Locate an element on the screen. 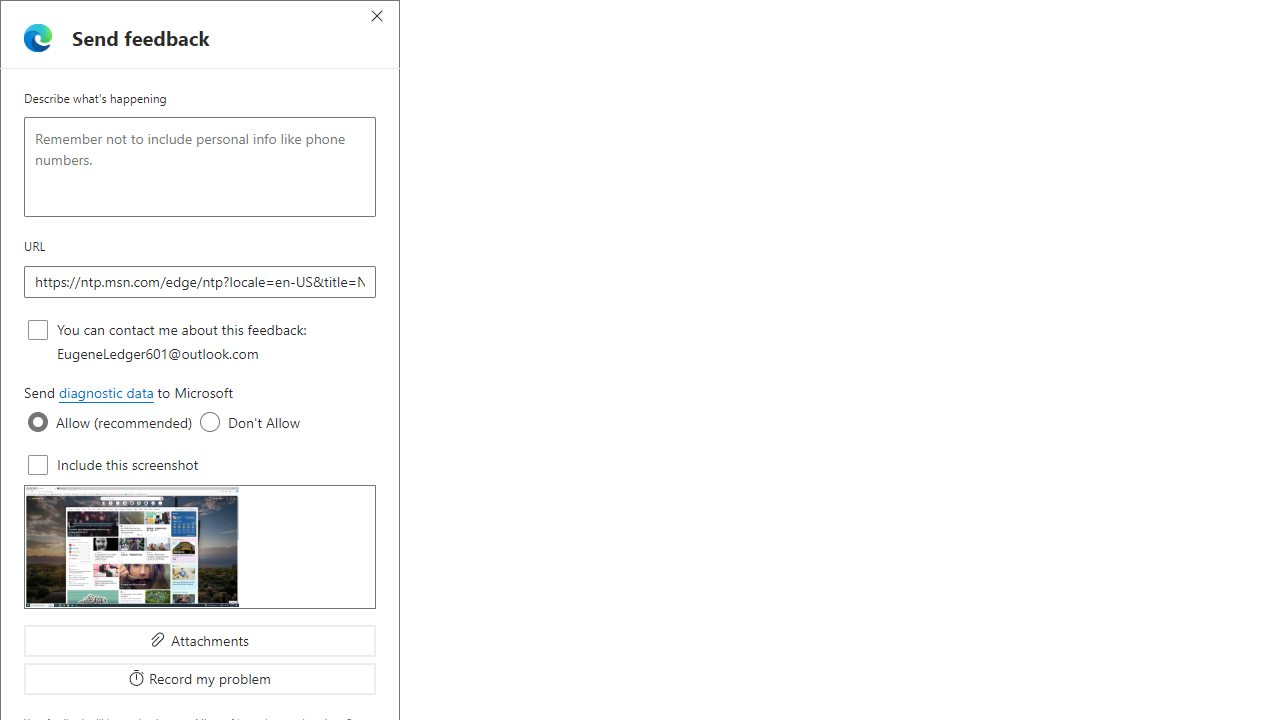 This screenshot has width=1280, height=720. 'Attachments' is located at coordinates (200, 640).